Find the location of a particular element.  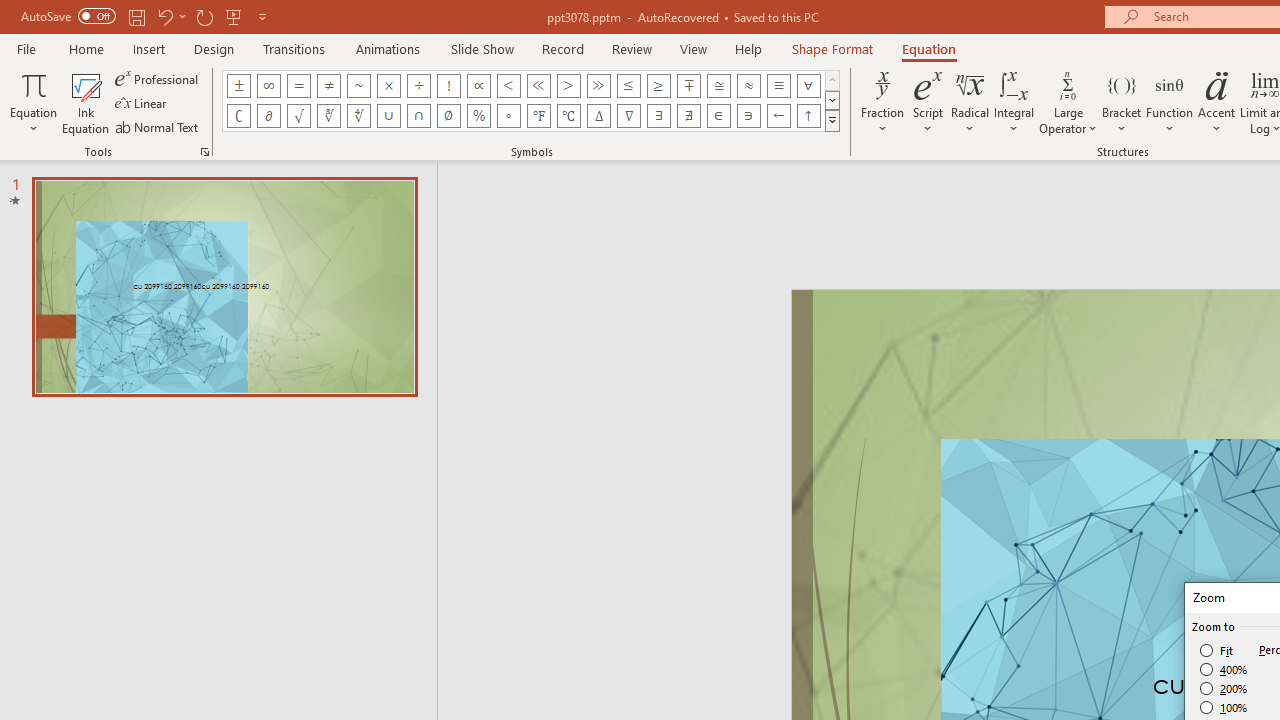

'Equation Symbol There Does Not Exist' is located at coordinates (689, 115).